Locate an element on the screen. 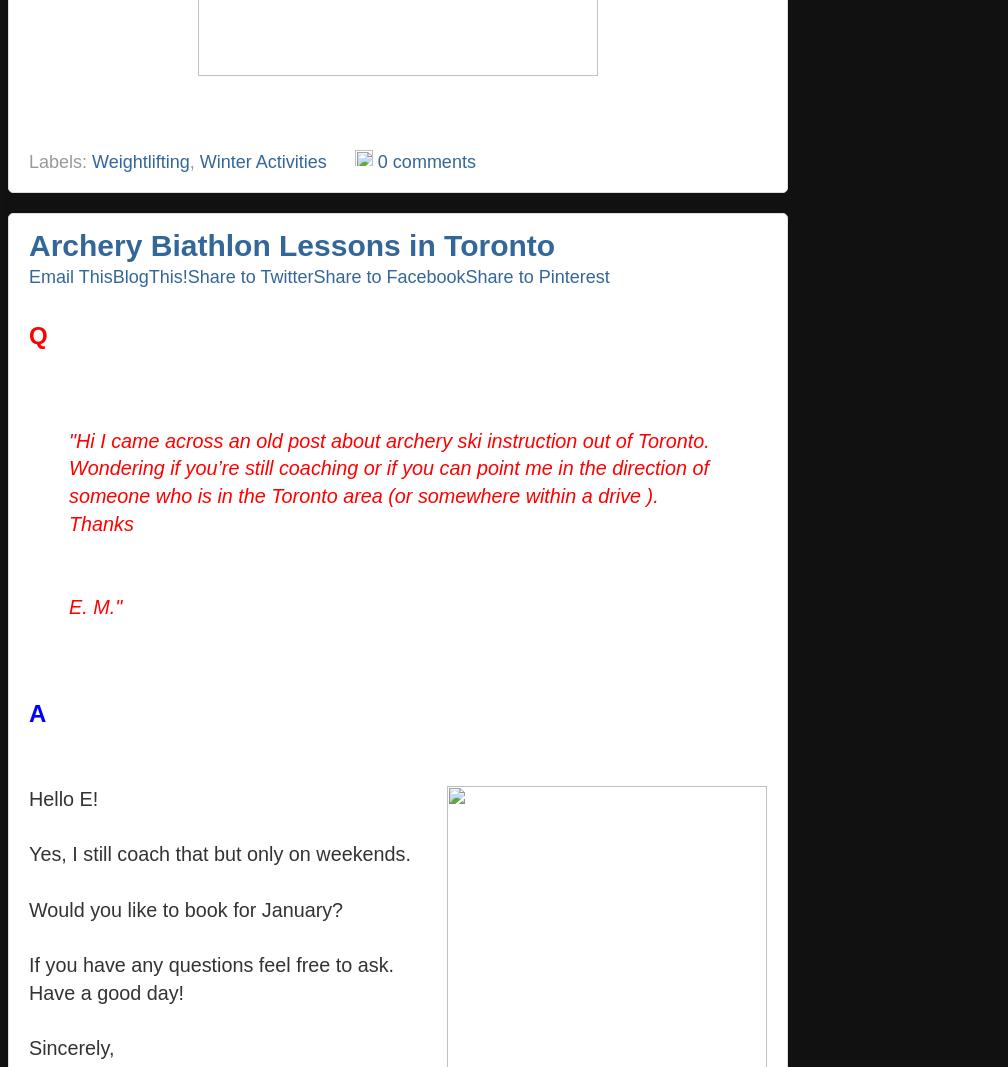  'BlogThis!' is located at coordinates (149, 276).